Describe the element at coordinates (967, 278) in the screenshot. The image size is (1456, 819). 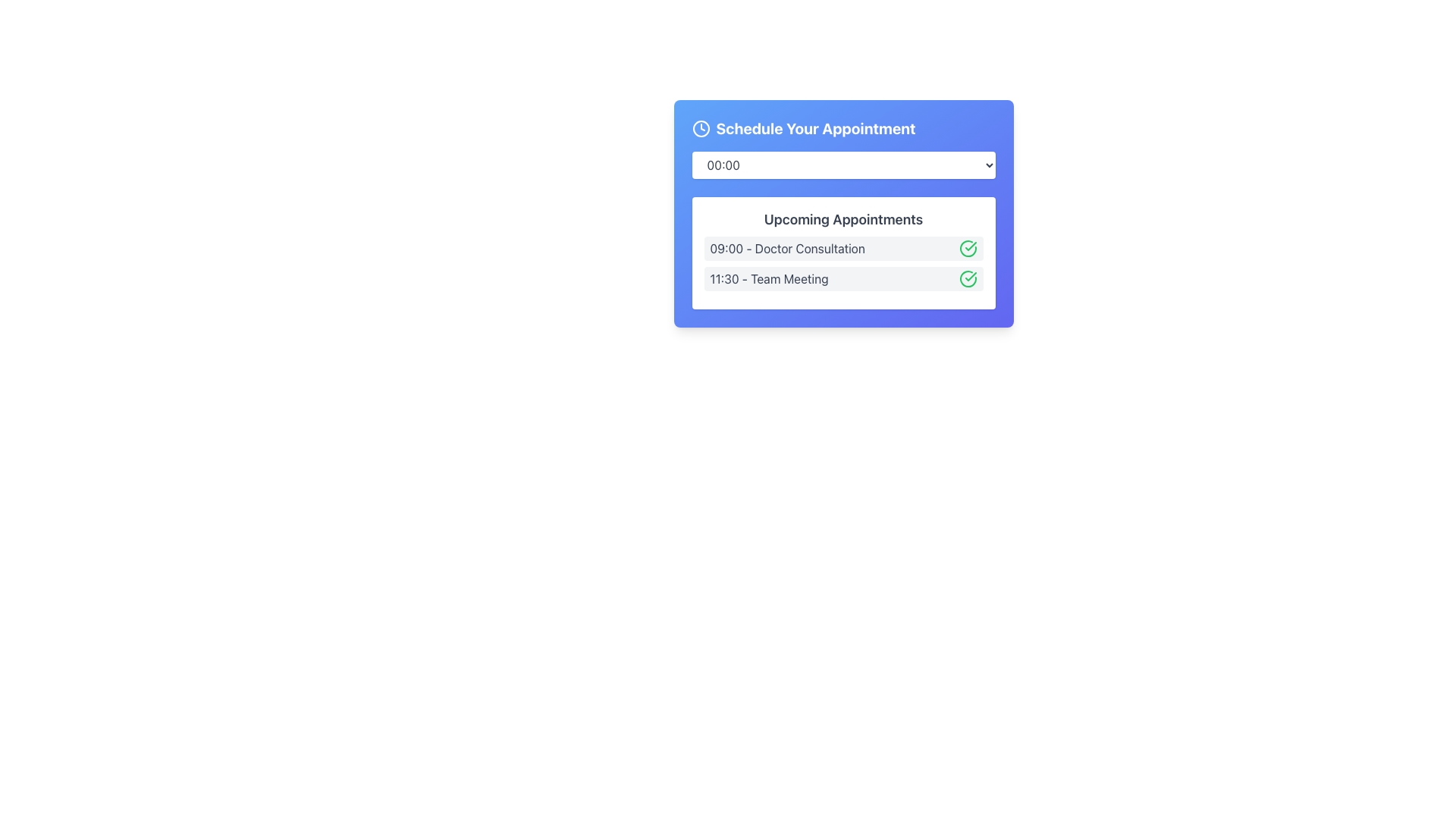
I see `the green circular icon with a check mark, located in the second row of the appointment list, to the right of '09:00 - Doctor Consultation.'` at that location.